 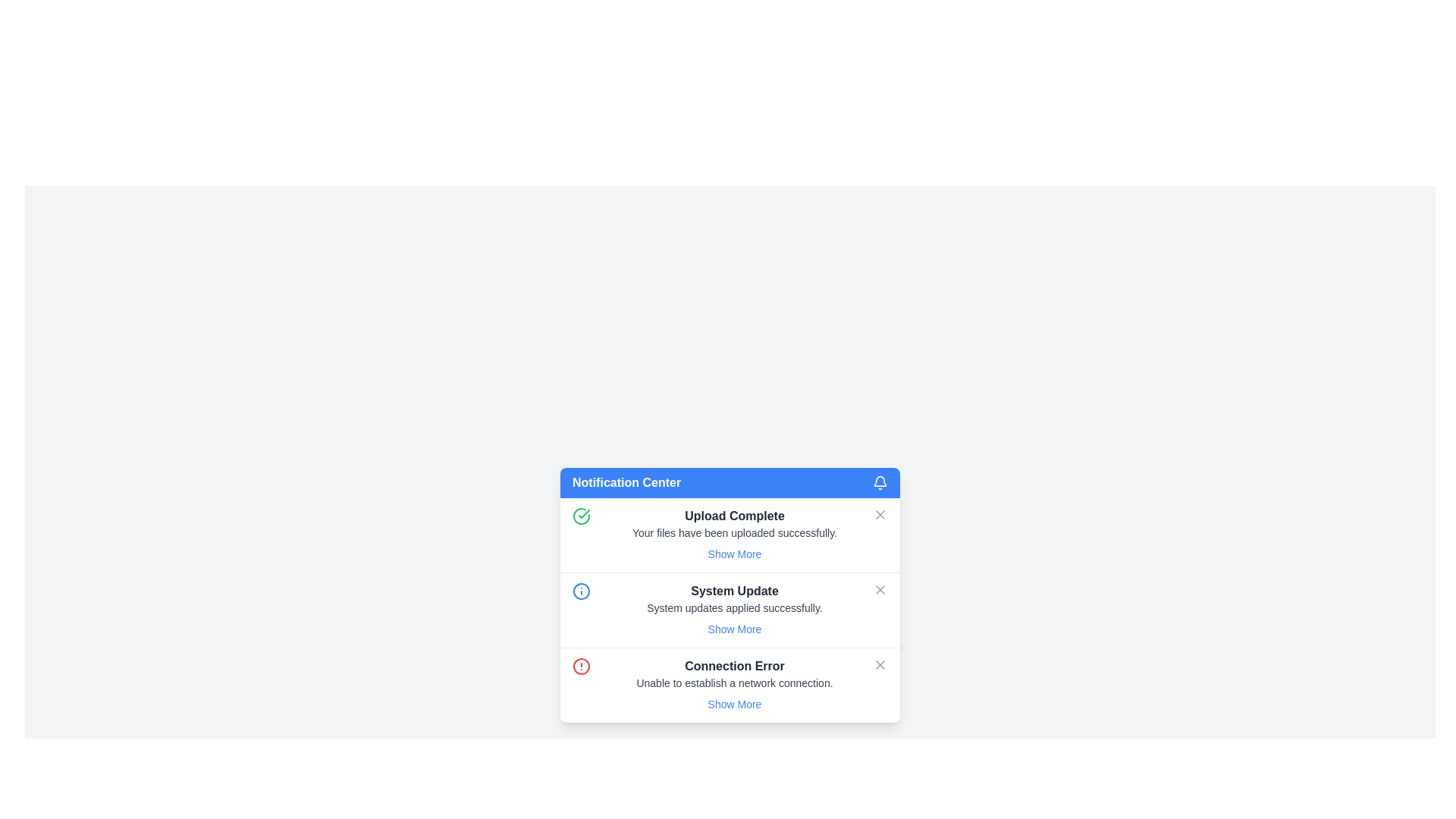 I want to click on the hyperlinked text 'Show More' styled in blue font, located below the 'Upload Complete' title and the descriptive text in the topmost notification item, so click(x=735, y=554).